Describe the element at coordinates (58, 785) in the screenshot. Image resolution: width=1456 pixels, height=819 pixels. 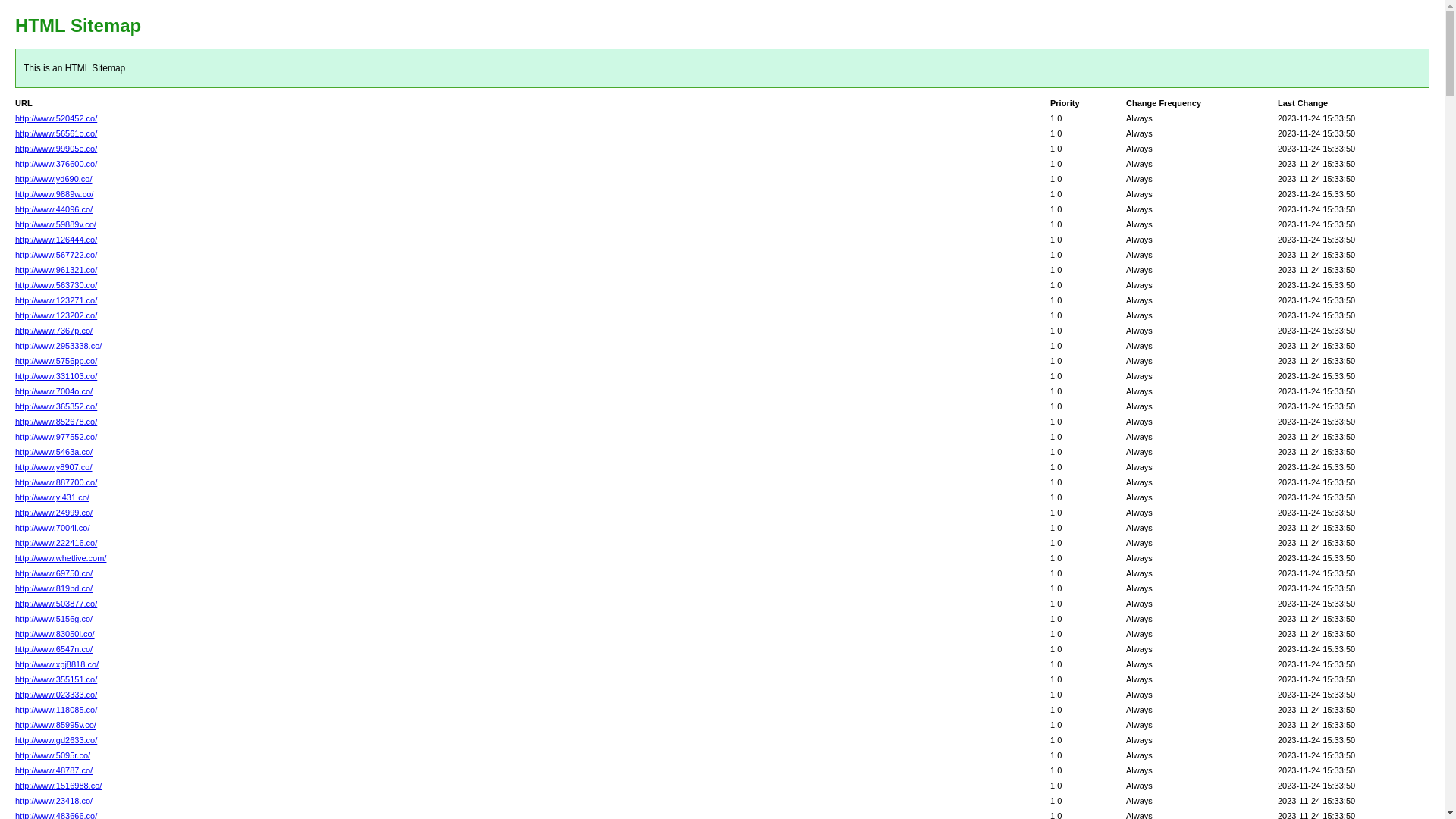
I see `'http://www.1516988.co/'` at that location.